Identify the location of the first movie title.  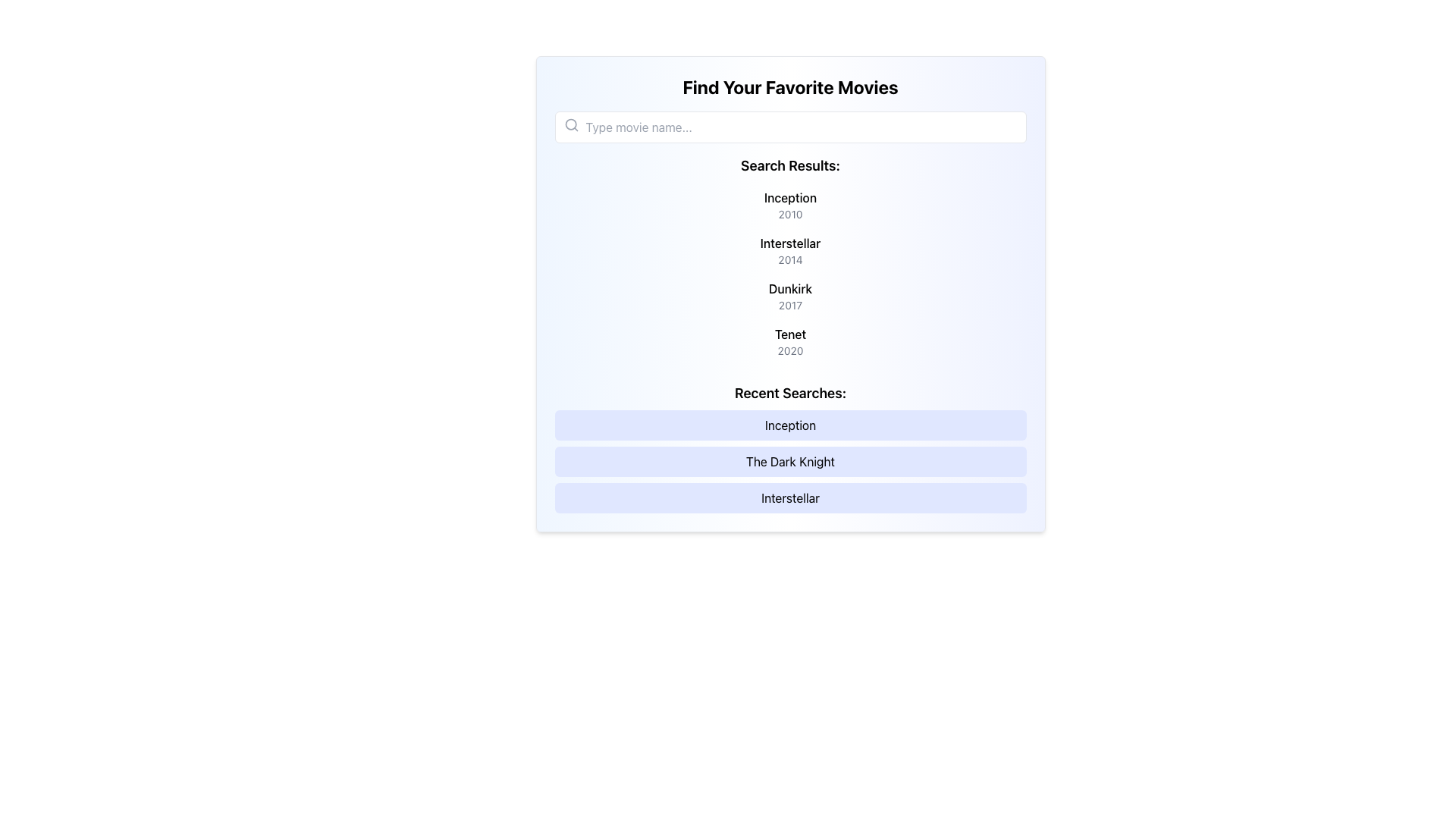
(789, 205).